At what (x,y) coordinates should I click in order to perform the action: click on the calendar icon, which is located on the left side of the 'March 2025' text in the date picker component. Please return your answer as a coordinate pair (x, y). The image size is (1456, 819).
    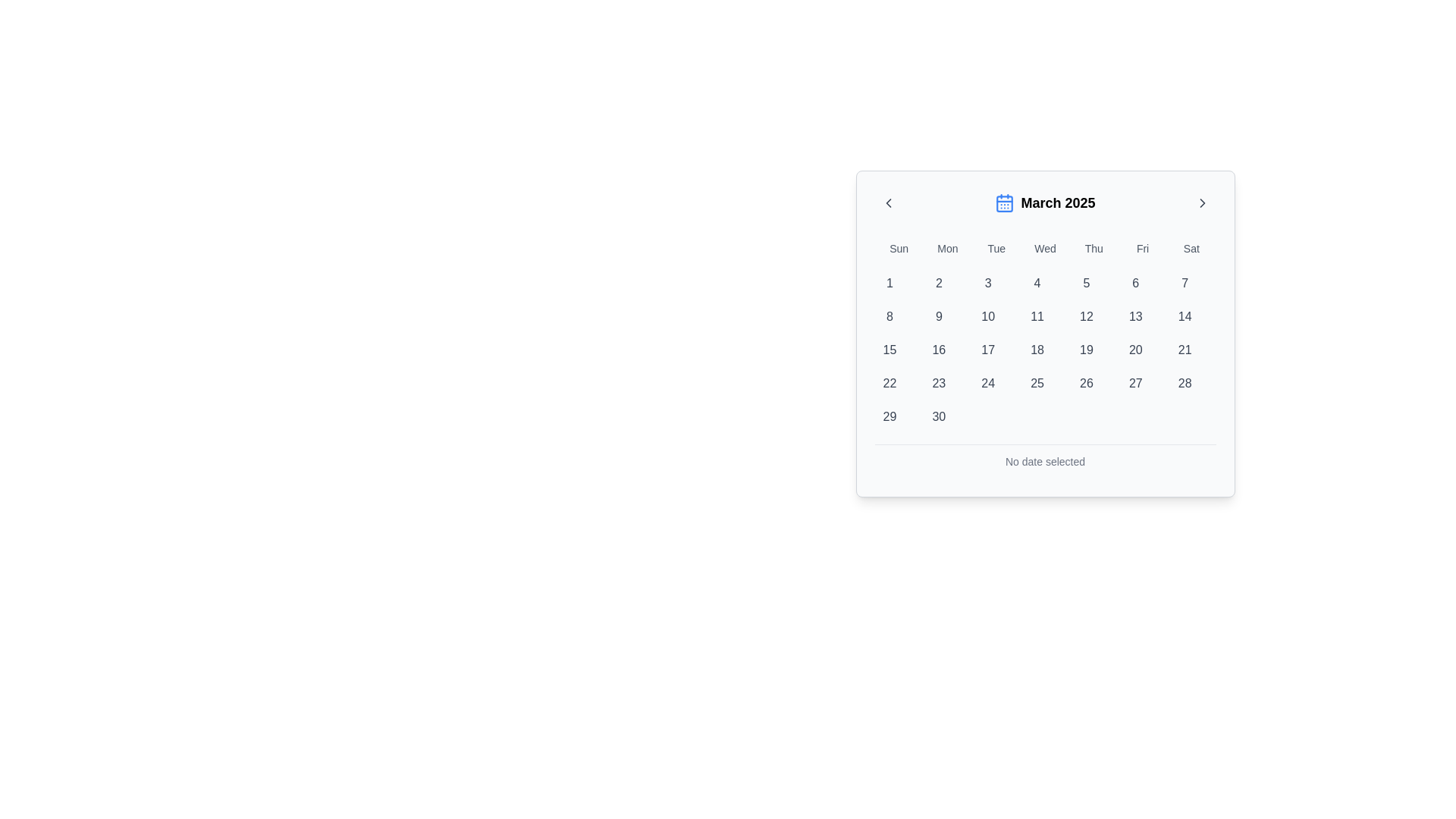
    Looking at the image, I should click on (1005, 202).